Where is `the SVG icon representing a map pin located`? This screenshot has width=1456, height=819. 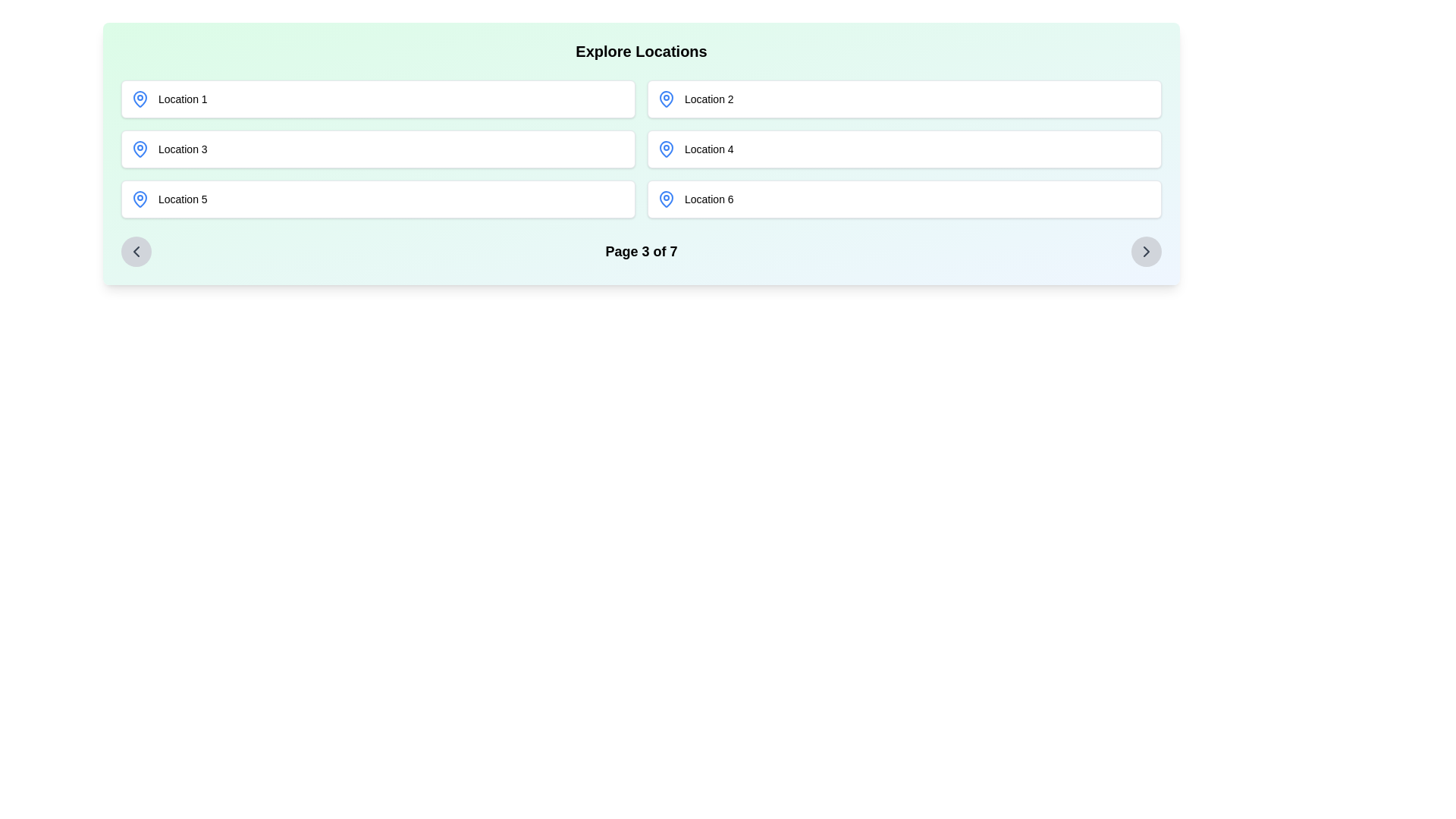
the SVG icon representing a map pin located is located at coordinates (140, 149).